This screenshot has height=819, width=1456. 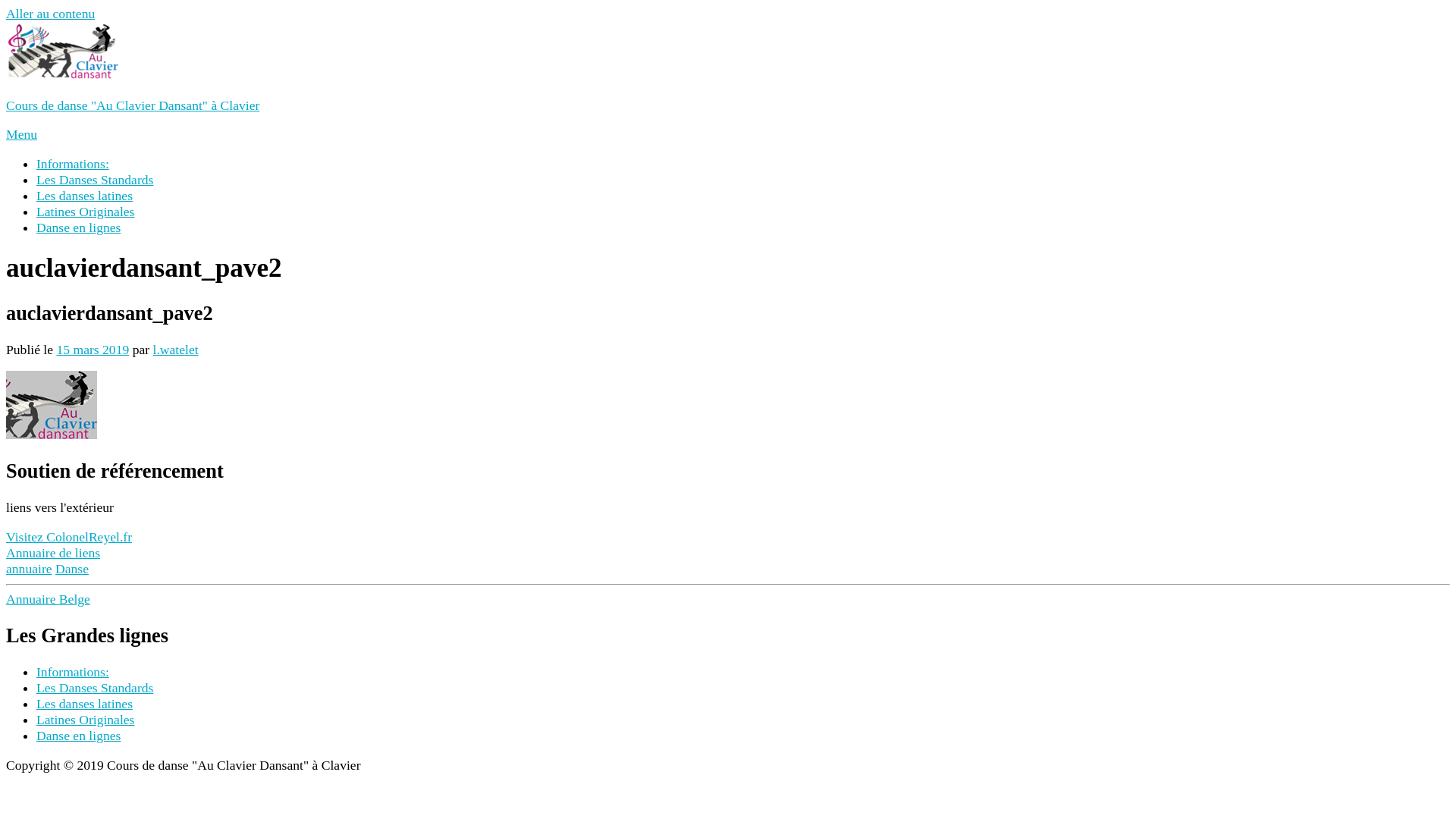 I want to click on 'Informations:', so click(x=36, y=164).